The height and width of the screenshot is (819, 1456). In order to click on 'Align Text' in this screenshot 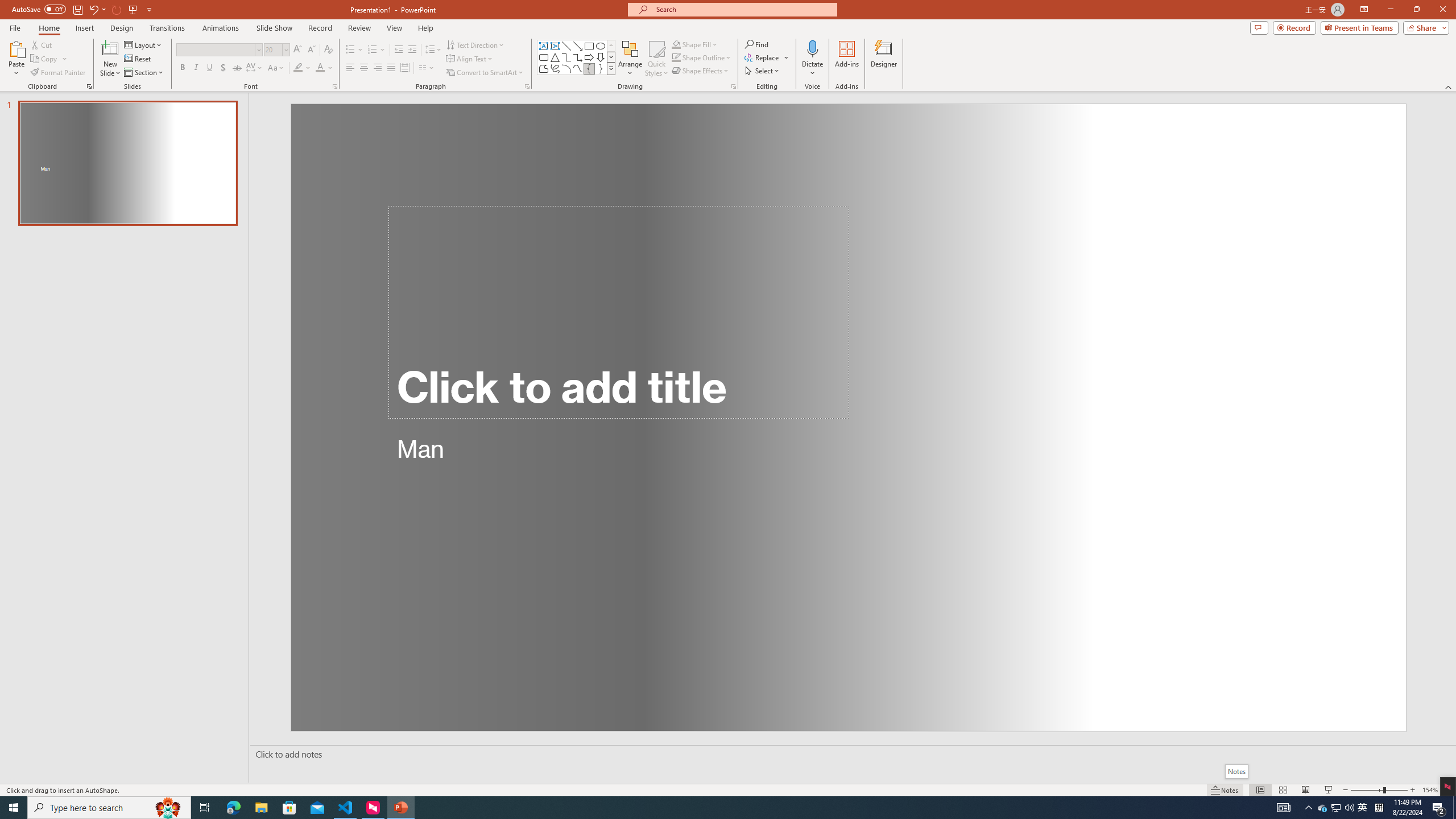, I will do `click(470, 59)`.